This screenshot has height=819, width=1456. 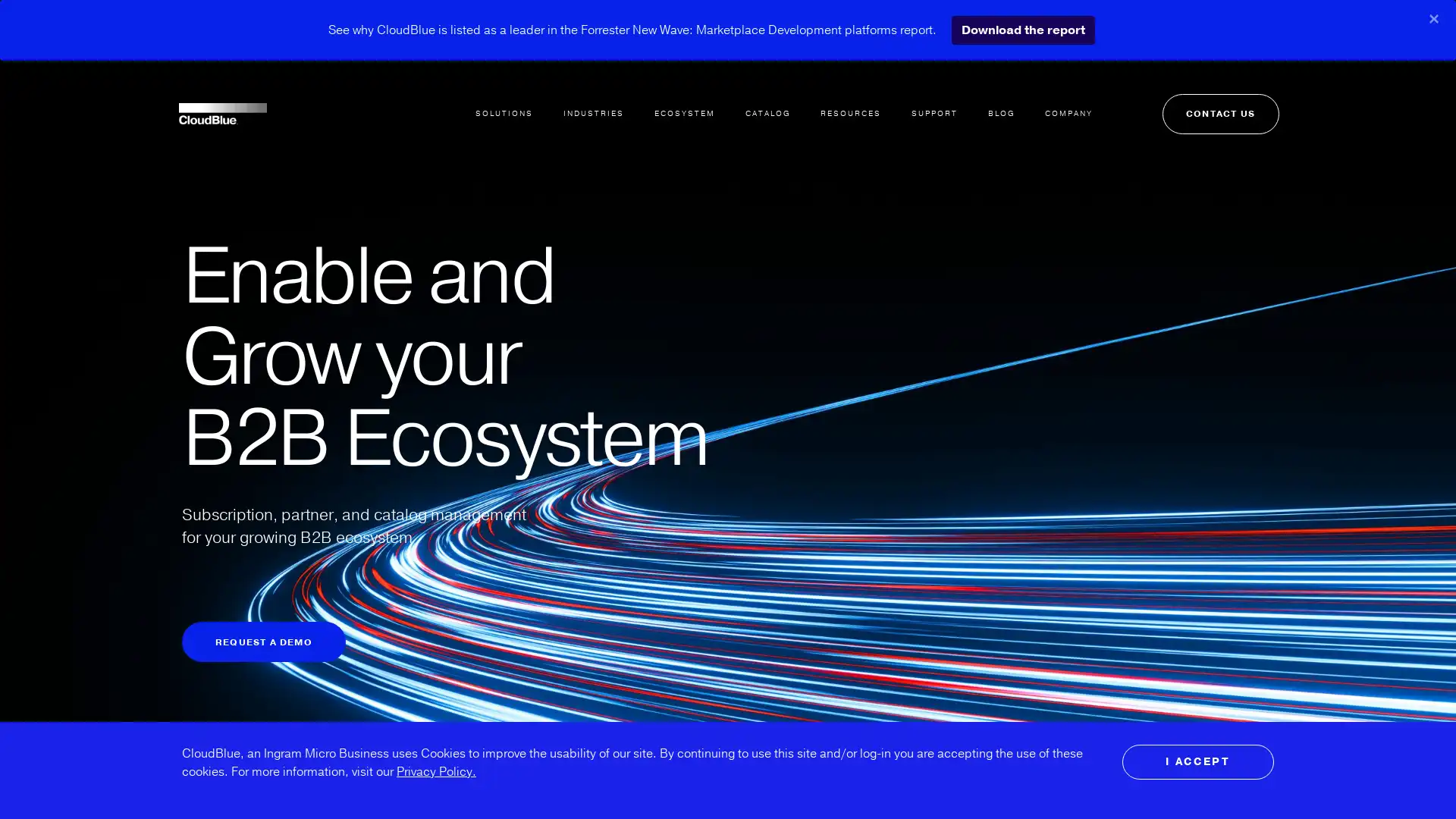 I want to click on CONTACT US, so click(x=1216, y=97).